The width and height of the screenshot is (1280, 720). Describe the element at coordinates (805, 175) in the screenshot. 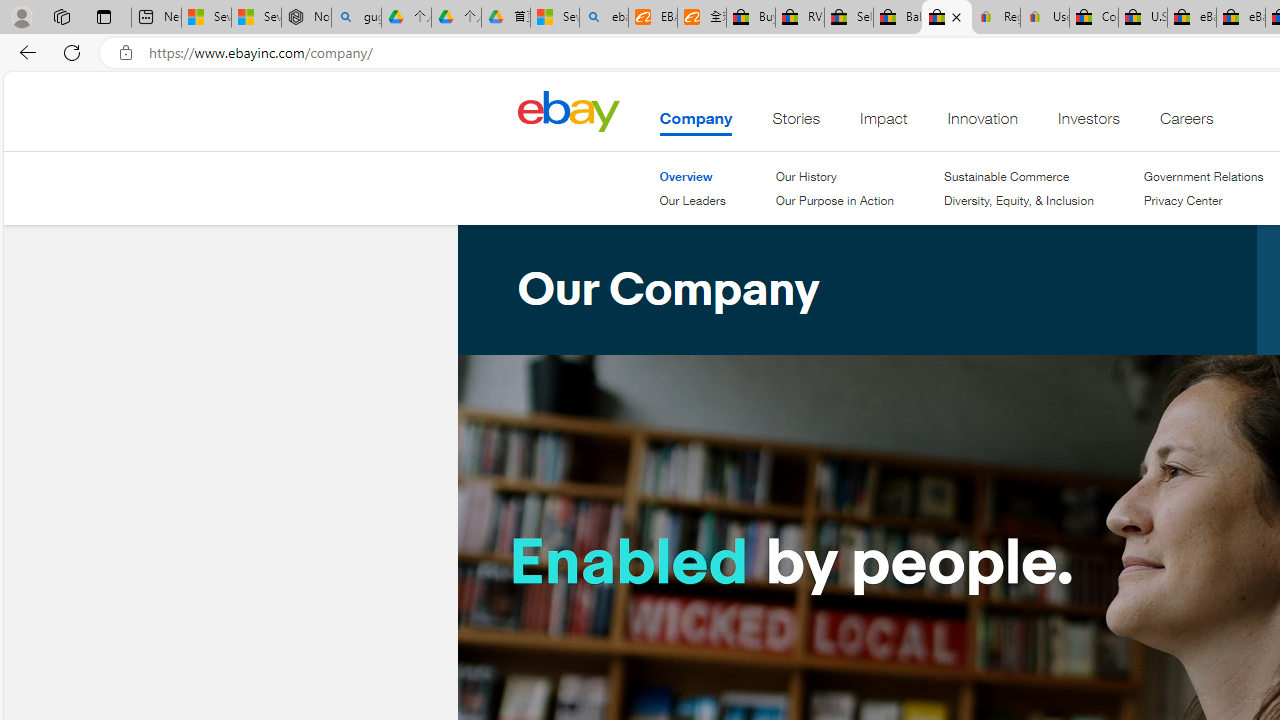

I see `'Our History'` at that location.